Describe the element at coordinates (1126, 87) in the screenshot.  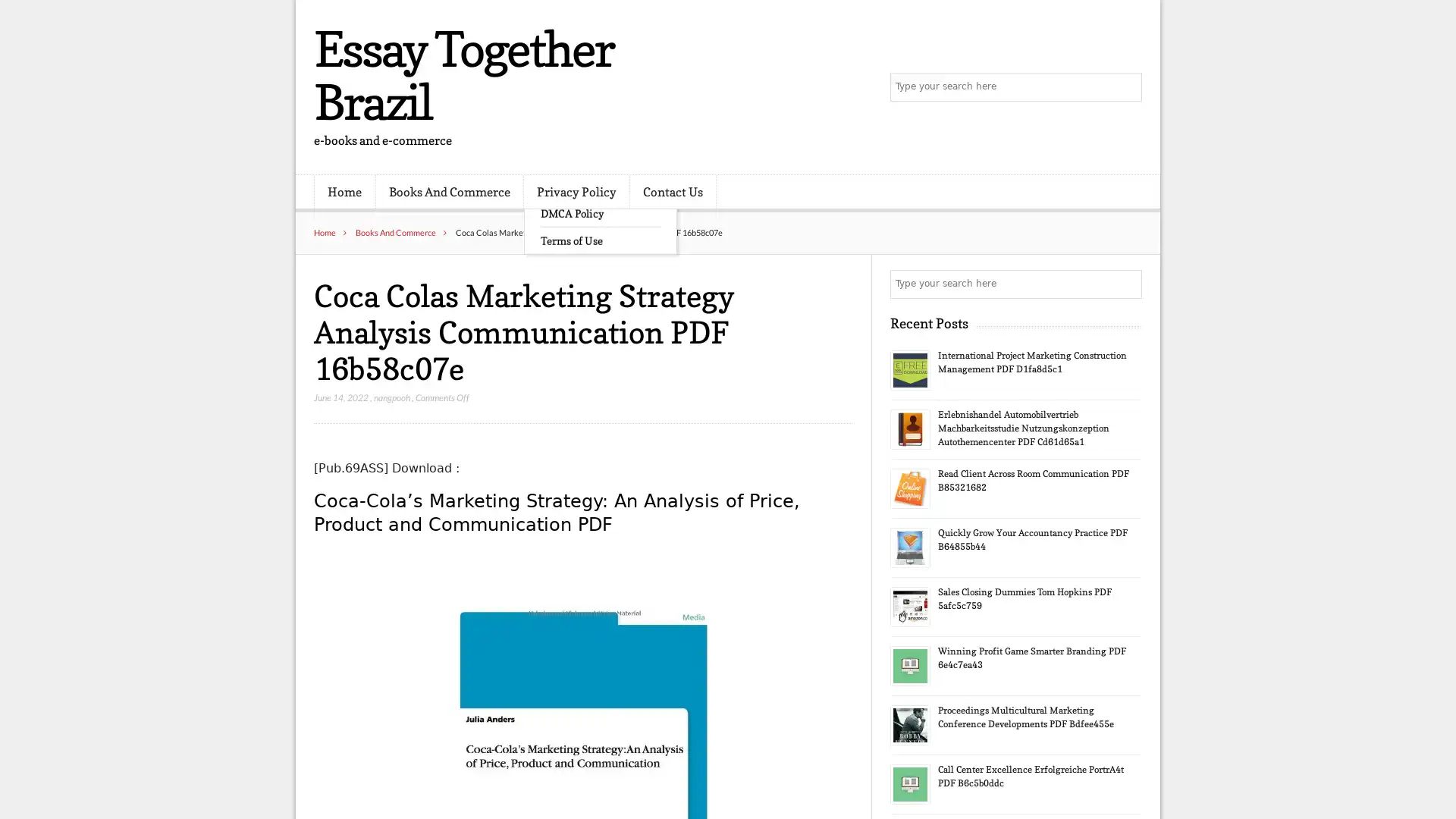
I see `Search` at that location.